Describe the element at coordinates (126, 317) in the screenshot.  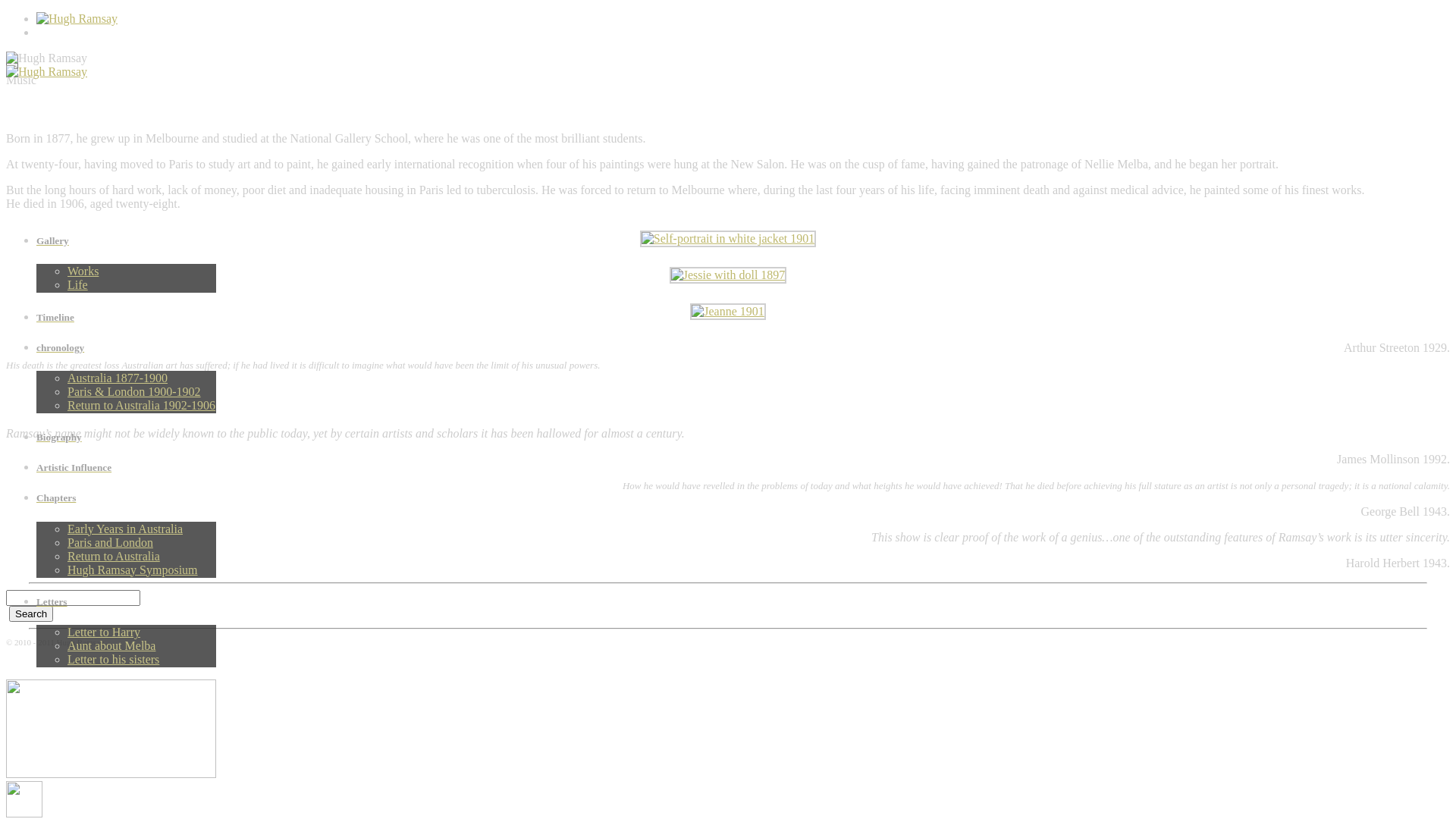
I see `'Timeline'` at that location.